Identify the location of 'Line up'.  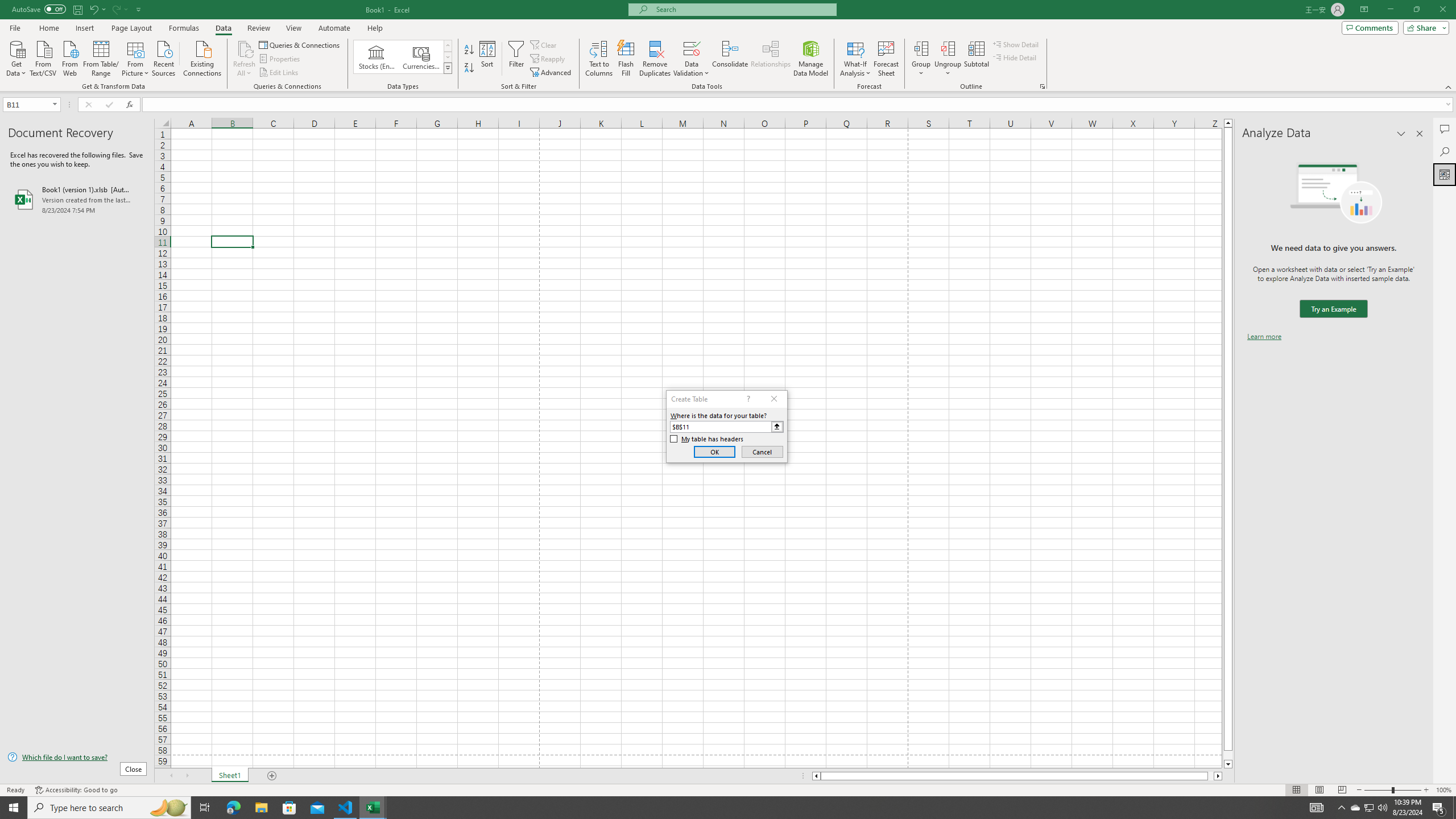
(1228, 122).